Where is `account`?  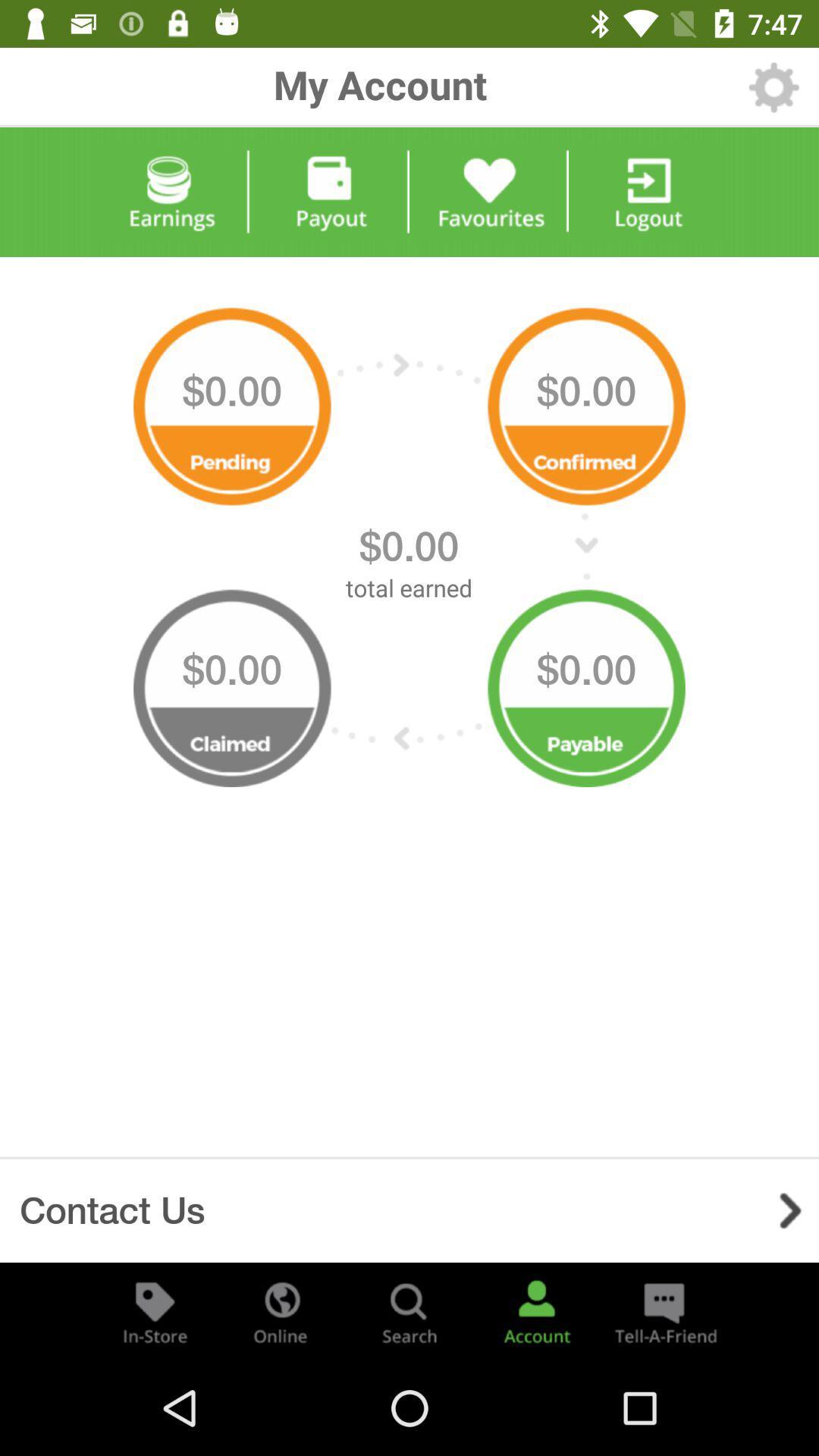 account is located at coordinates (536, 1310).